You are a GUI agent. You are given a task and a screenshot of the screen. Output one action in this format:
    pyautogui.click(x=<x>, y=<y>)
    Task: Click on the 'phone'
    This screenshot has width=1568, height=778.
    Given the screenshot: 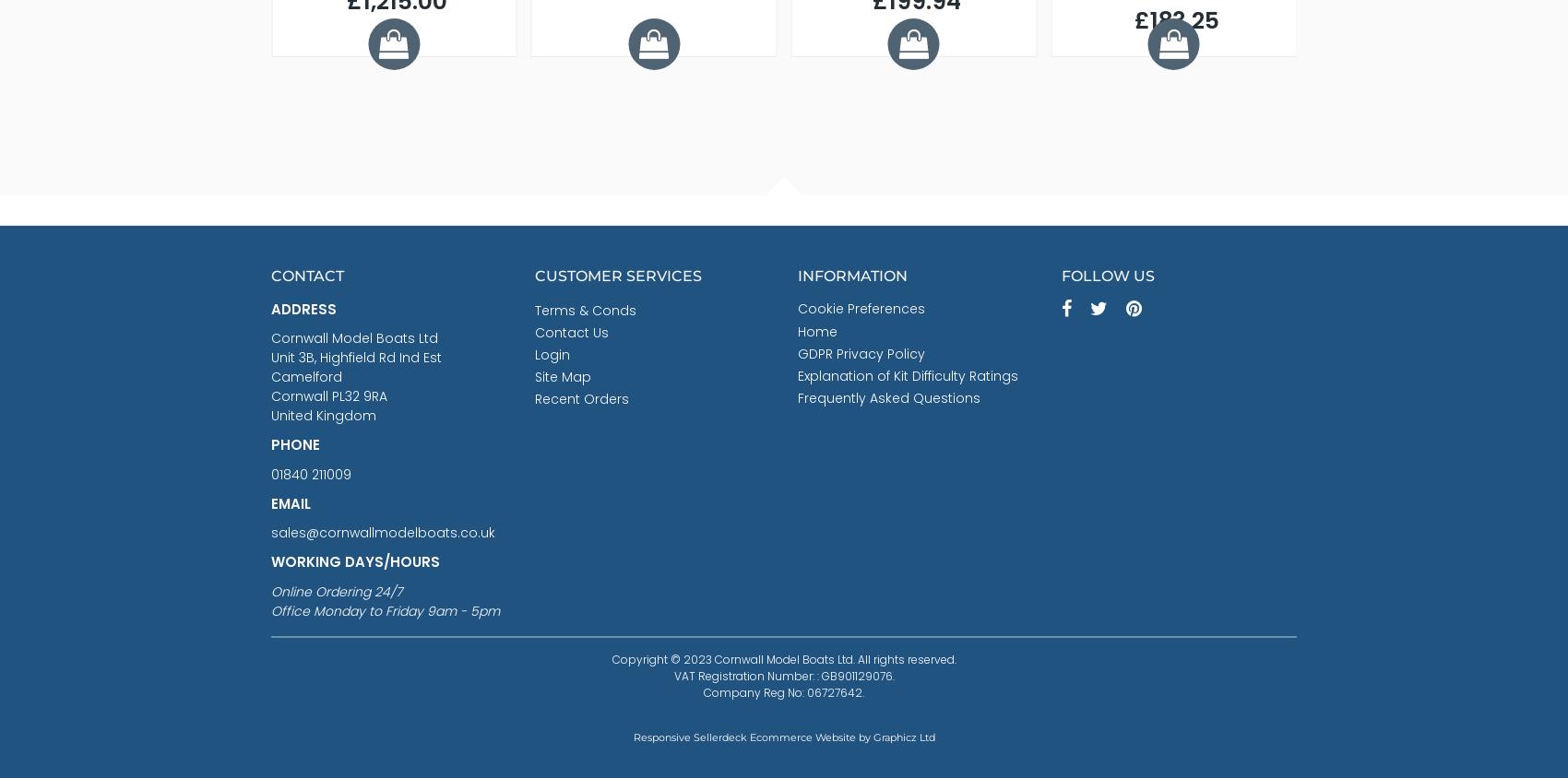 What is the action you would take?
    pyautogui.click(x=294, y=443)
    